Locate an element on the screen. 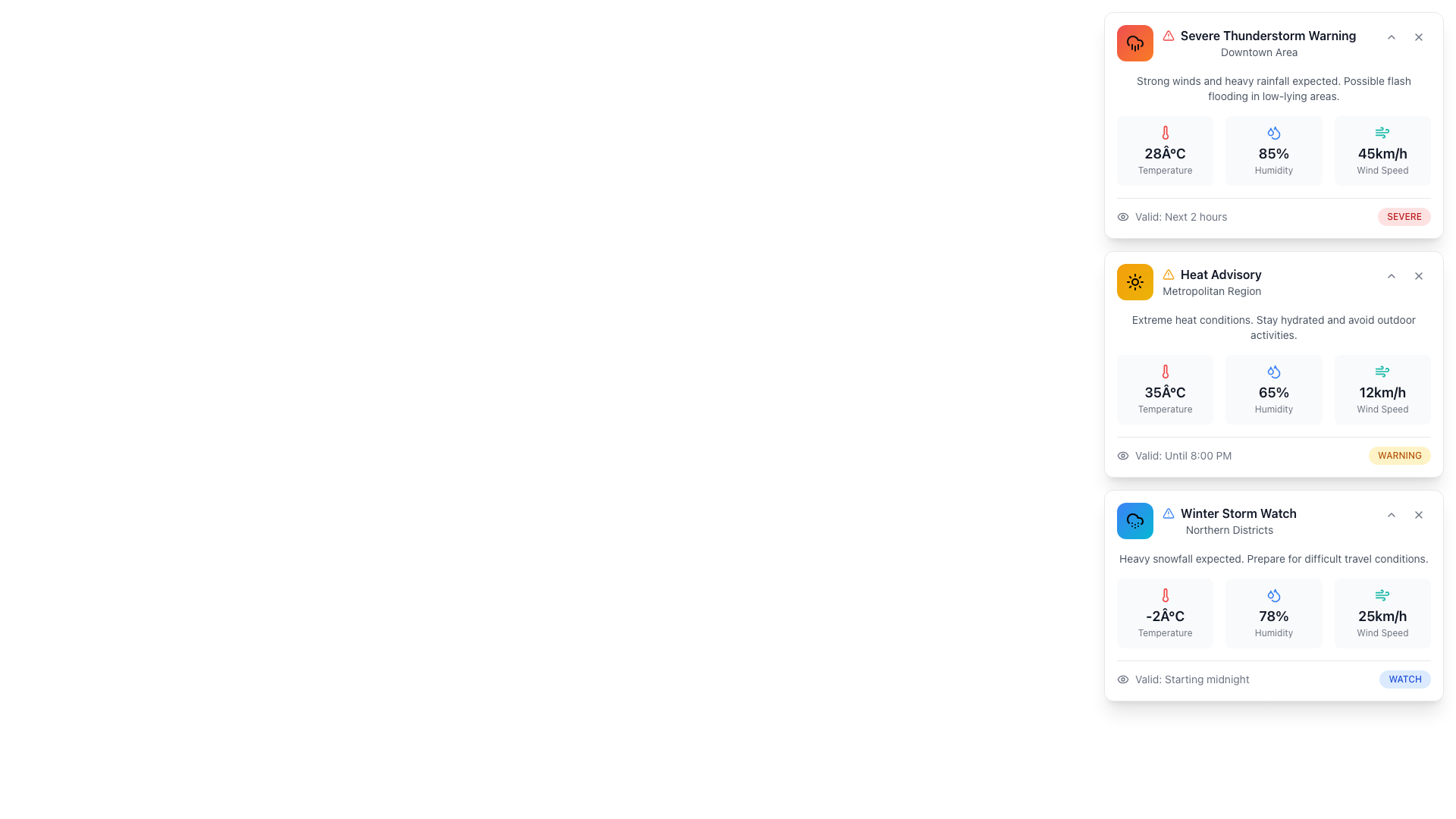 The image size is (1456, 819). the text element that reads 'Valid: Starting midnight' located at the bottom of the 'Winter Storm Watch' card, next to an icon is located at coordinates (1191, 678).